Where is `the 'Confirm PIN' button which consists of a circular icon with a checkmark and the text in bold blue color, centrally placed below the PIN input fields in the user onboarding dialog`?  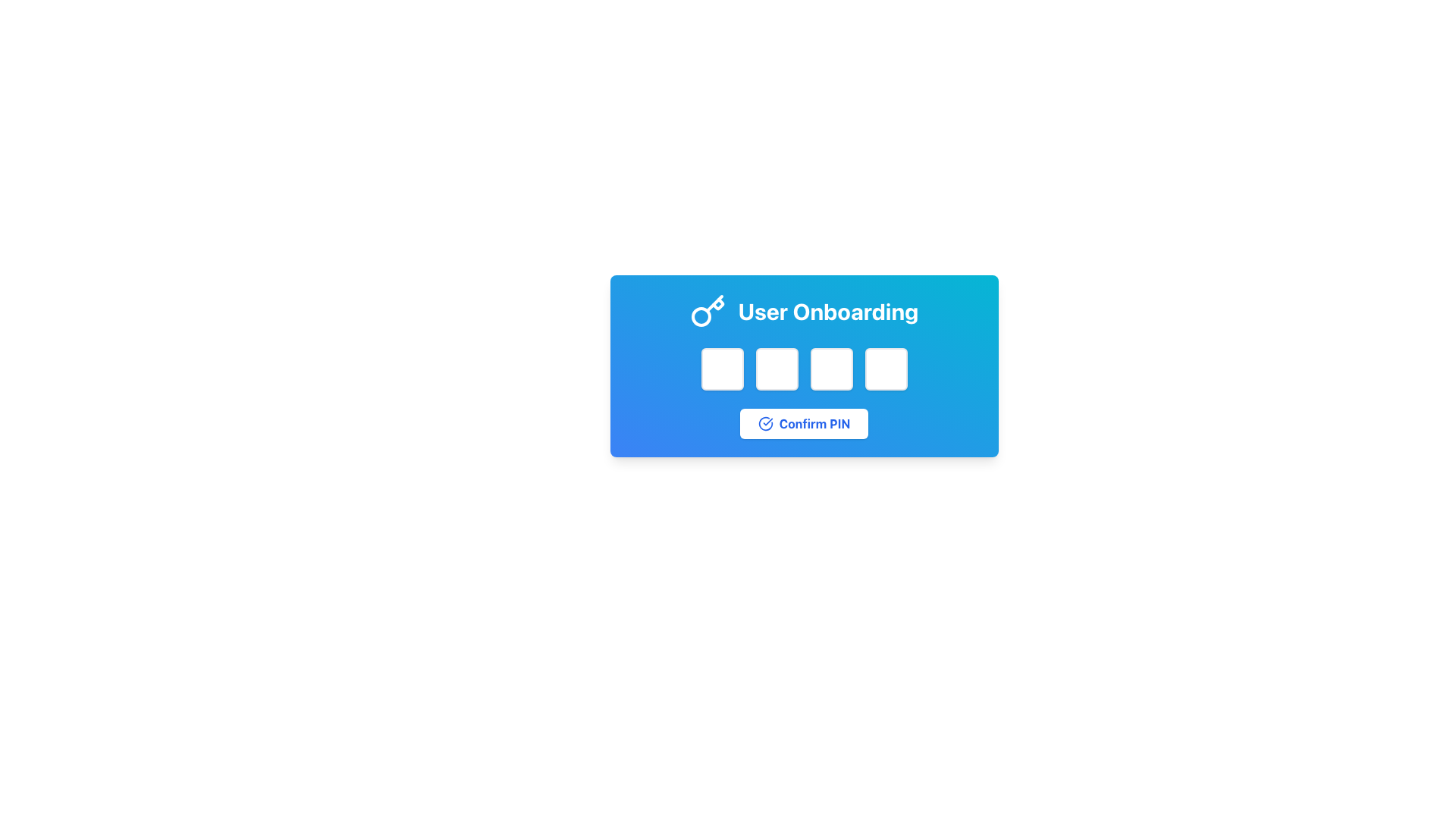
the 'Confirm PIN' button which consists of a circular icon with a checkmark and the text in bold blue color, centrally placed below the PIN input fields in the user onboarding dialog is located at coordinates (803, 424).